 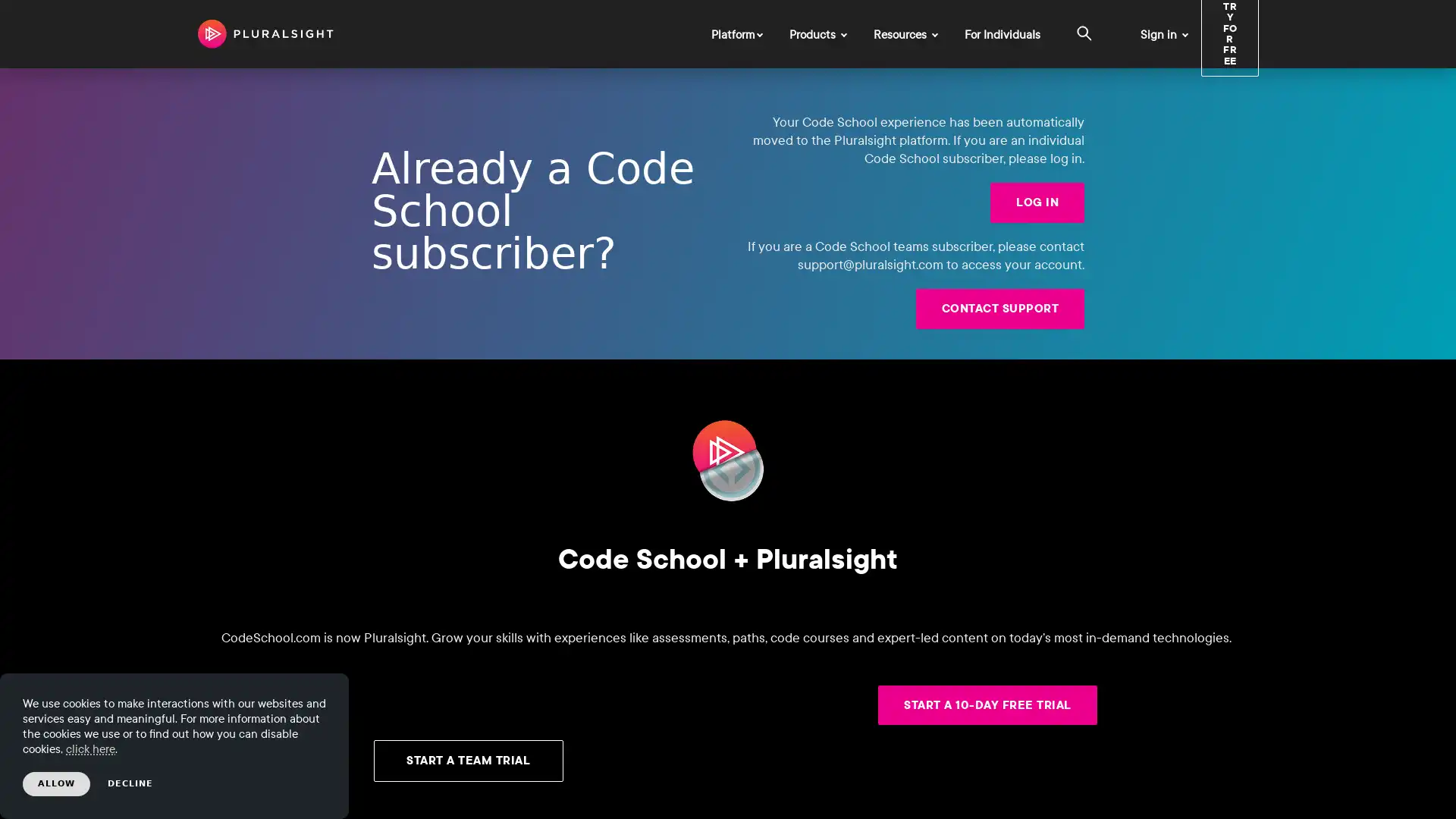 What do you see at coordinates (130, 783) in the screenshot?
I see `DECLINE` at bounding box center [130, 783].